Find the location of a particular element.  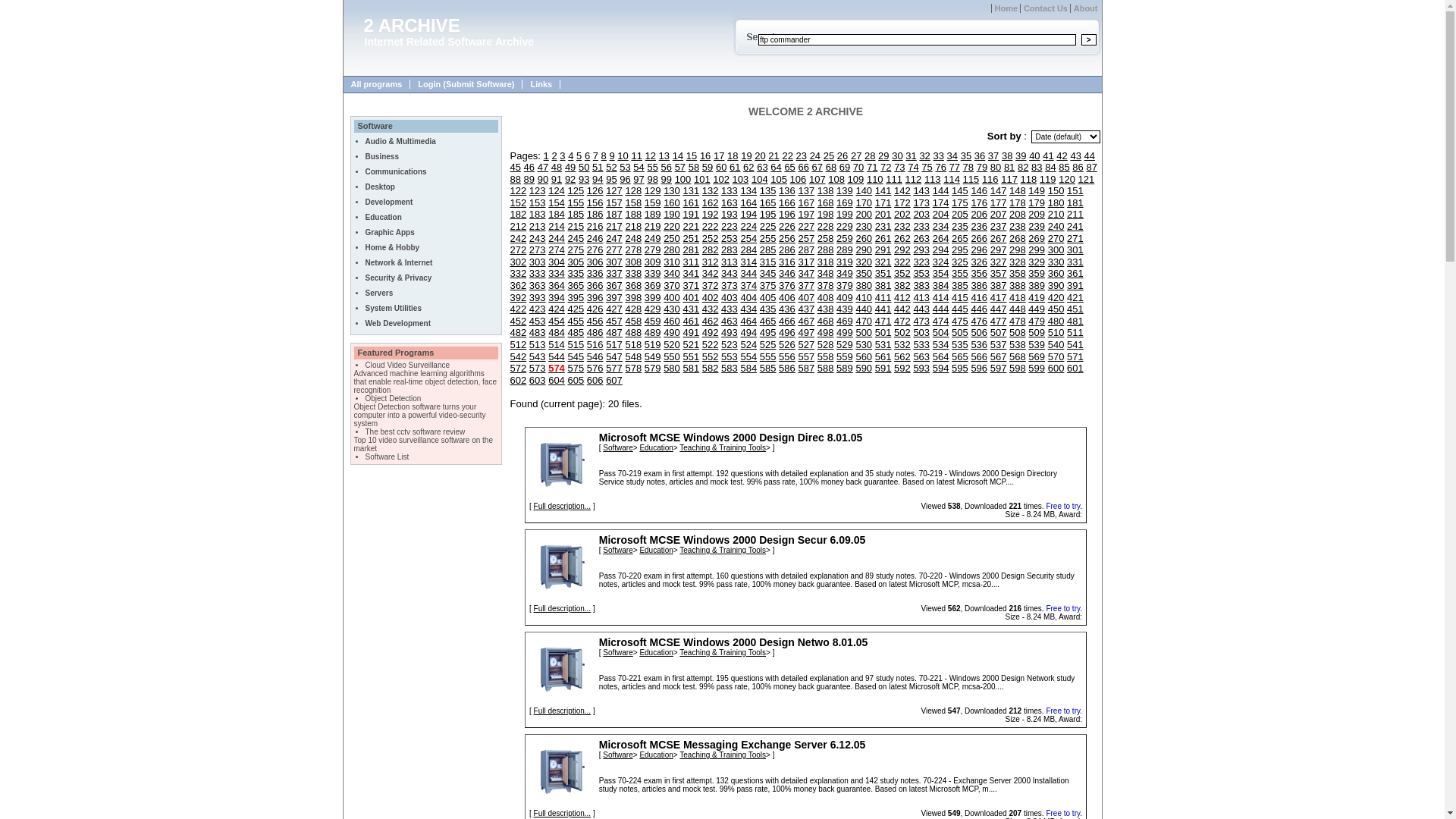

'404' is located at coordinates (739, 297).